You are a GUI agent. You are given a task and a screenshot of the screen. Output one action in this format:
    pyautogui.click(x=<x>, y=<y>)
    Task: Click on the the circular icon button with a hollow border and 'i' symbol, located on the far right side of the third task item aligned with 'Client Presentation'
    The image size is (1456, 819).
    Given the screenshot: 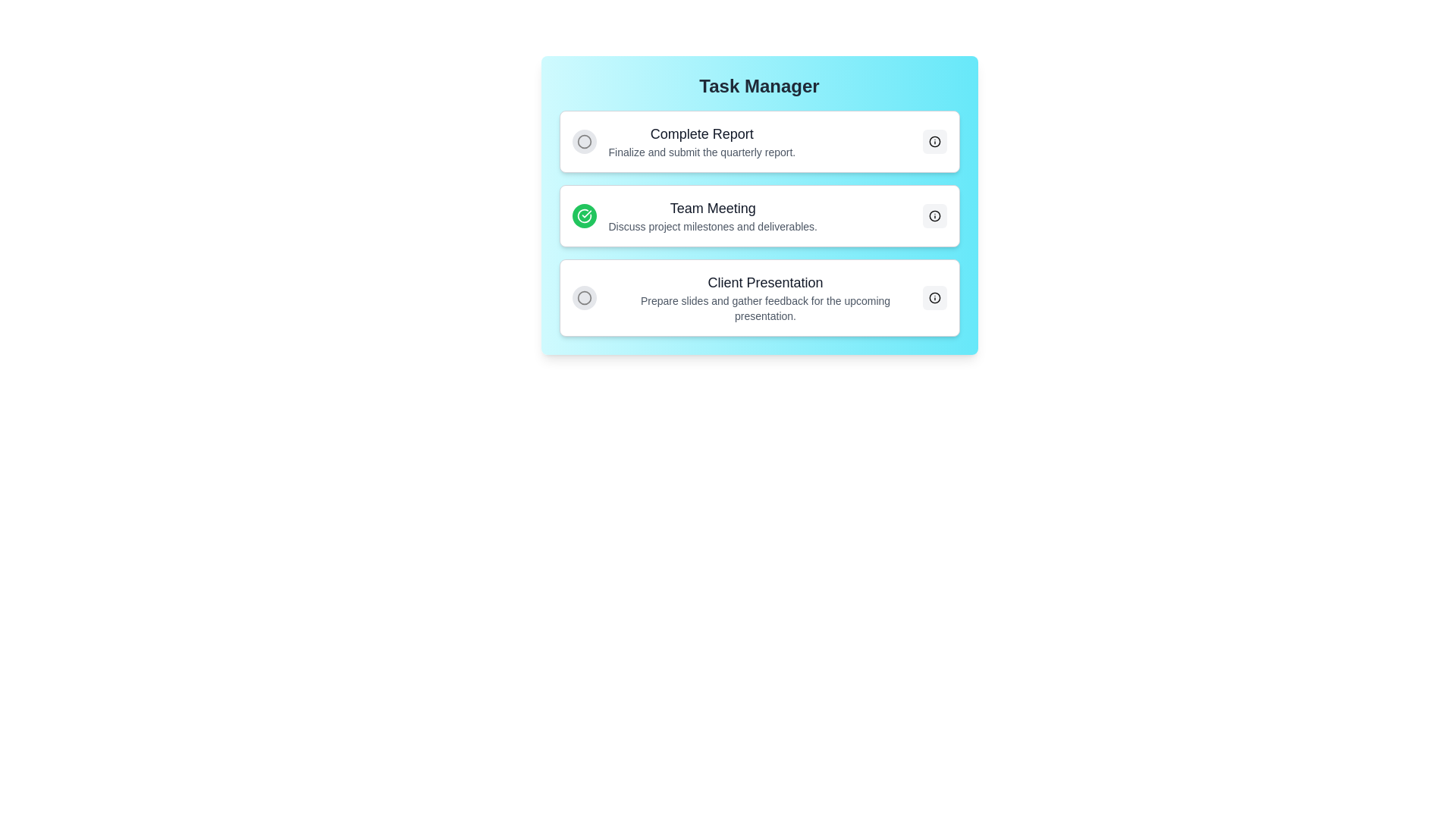 What is the action you would take?
    pyautogui.click(x=934, y=298)
    